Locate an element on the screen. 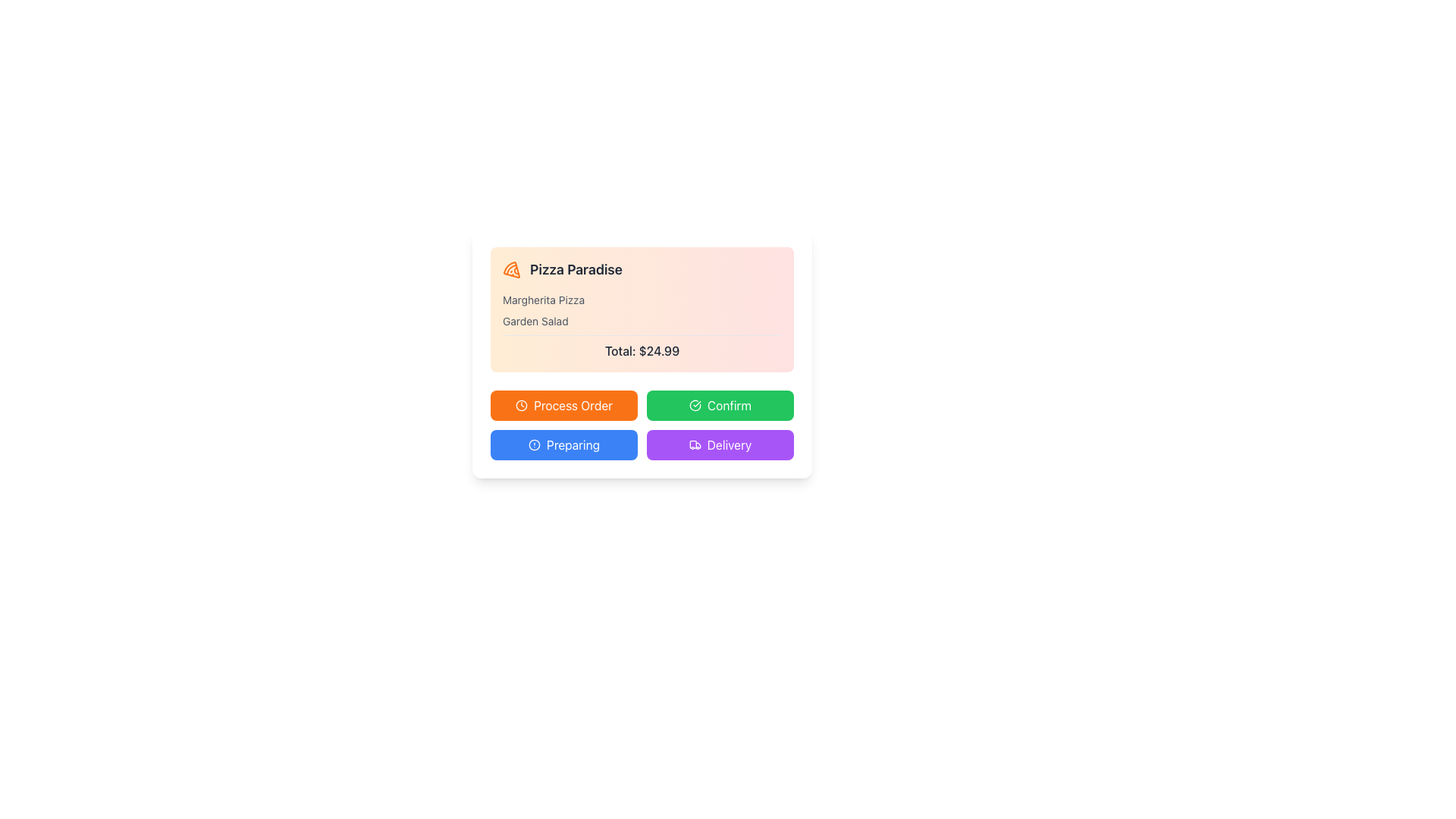 The width and height of the screenshot is (1456, 819). the purple 'Delivery' button with white text and a truck icon, located in the lower right of the button grid is located at coordinates (720, 444).